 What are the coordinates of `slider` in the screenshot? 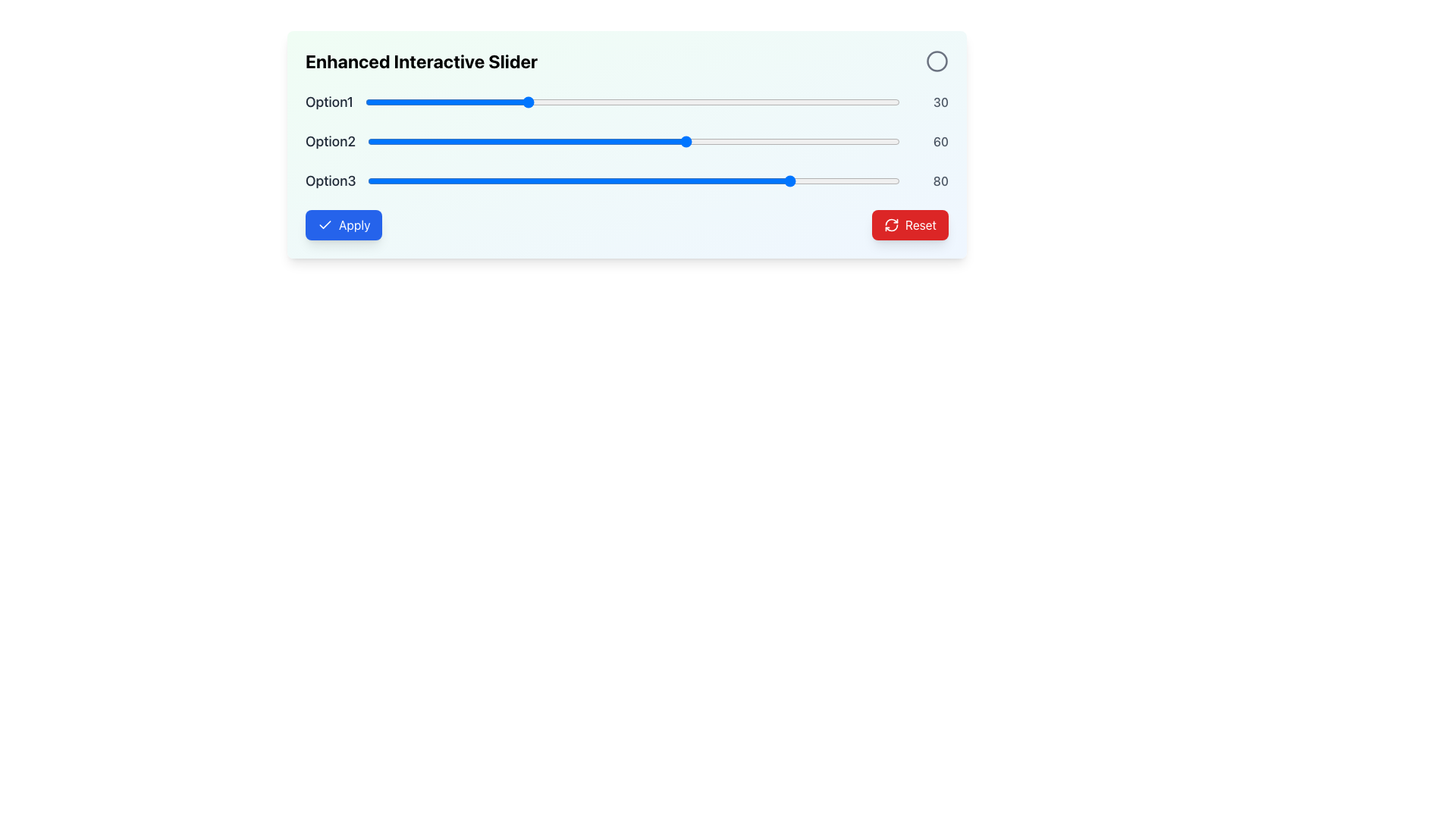 It's located at (751, 141).